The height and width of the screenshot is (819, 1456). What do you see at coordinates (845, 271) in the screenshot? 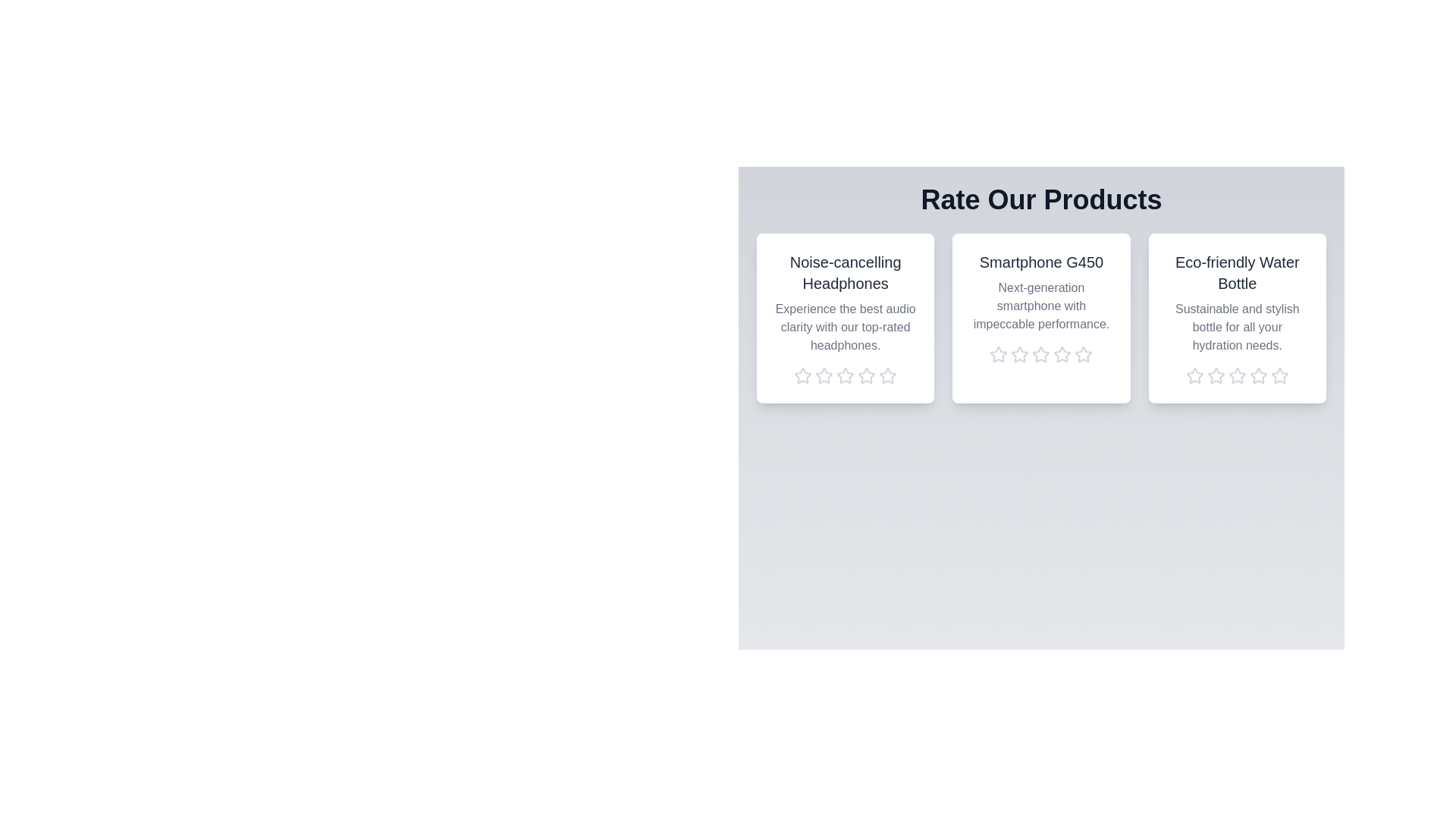
I see `the product name Noise-cancelling Headphones to trigger its associated action` at bounding box center [845, 271].